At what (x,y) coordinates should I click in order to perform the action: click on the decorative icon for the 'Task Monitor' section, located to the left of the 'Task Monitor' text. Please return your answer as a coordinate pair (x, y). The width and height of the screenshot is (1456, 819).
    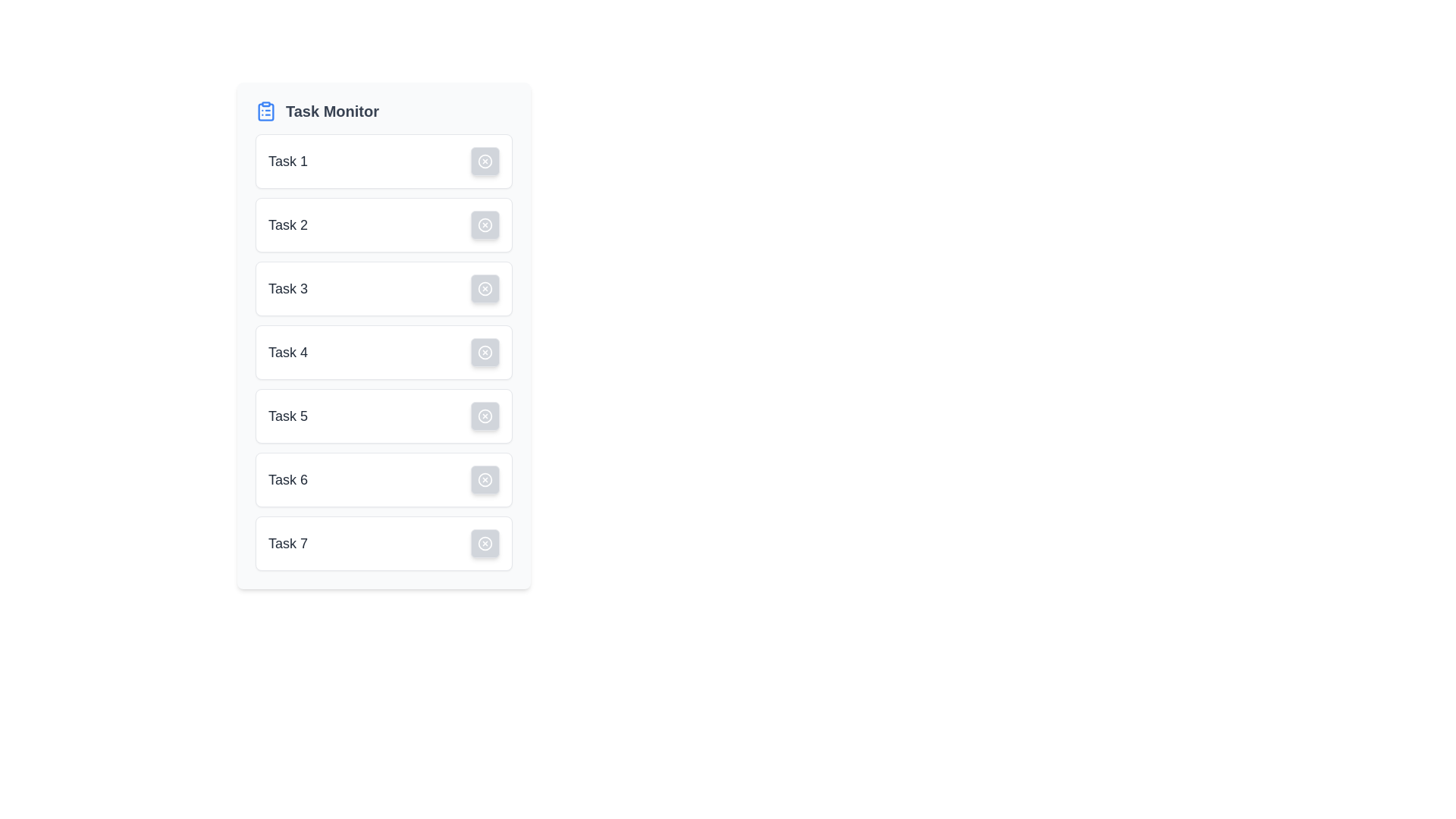
    Looking at the image, I should click on (265, 110).